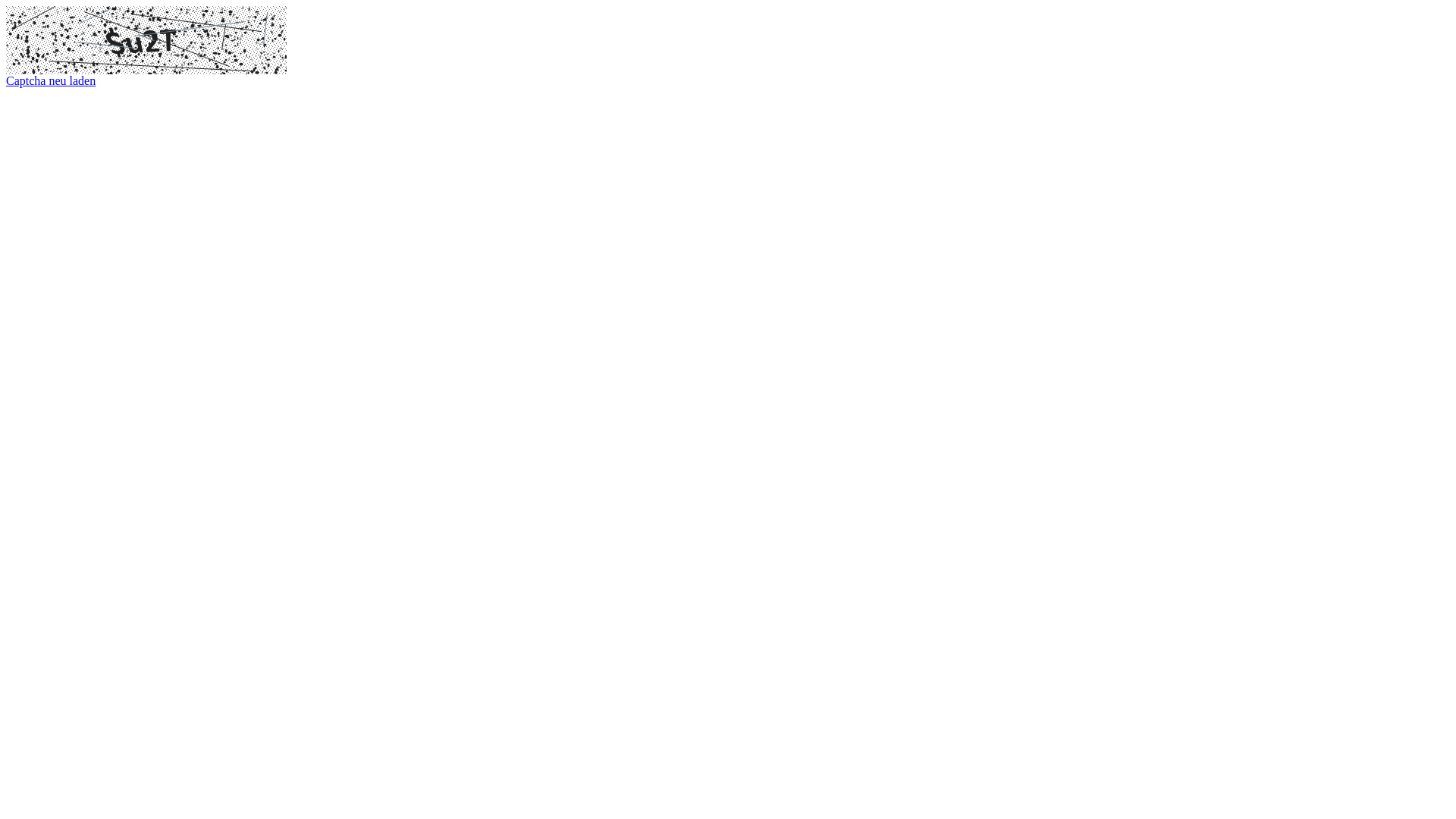 This screenshot has width=1456, height=819. What do you see at coordinates (51, 80) in the screenshot?
I see `'Captcha neu laden'` at bounding box center [51, 80].